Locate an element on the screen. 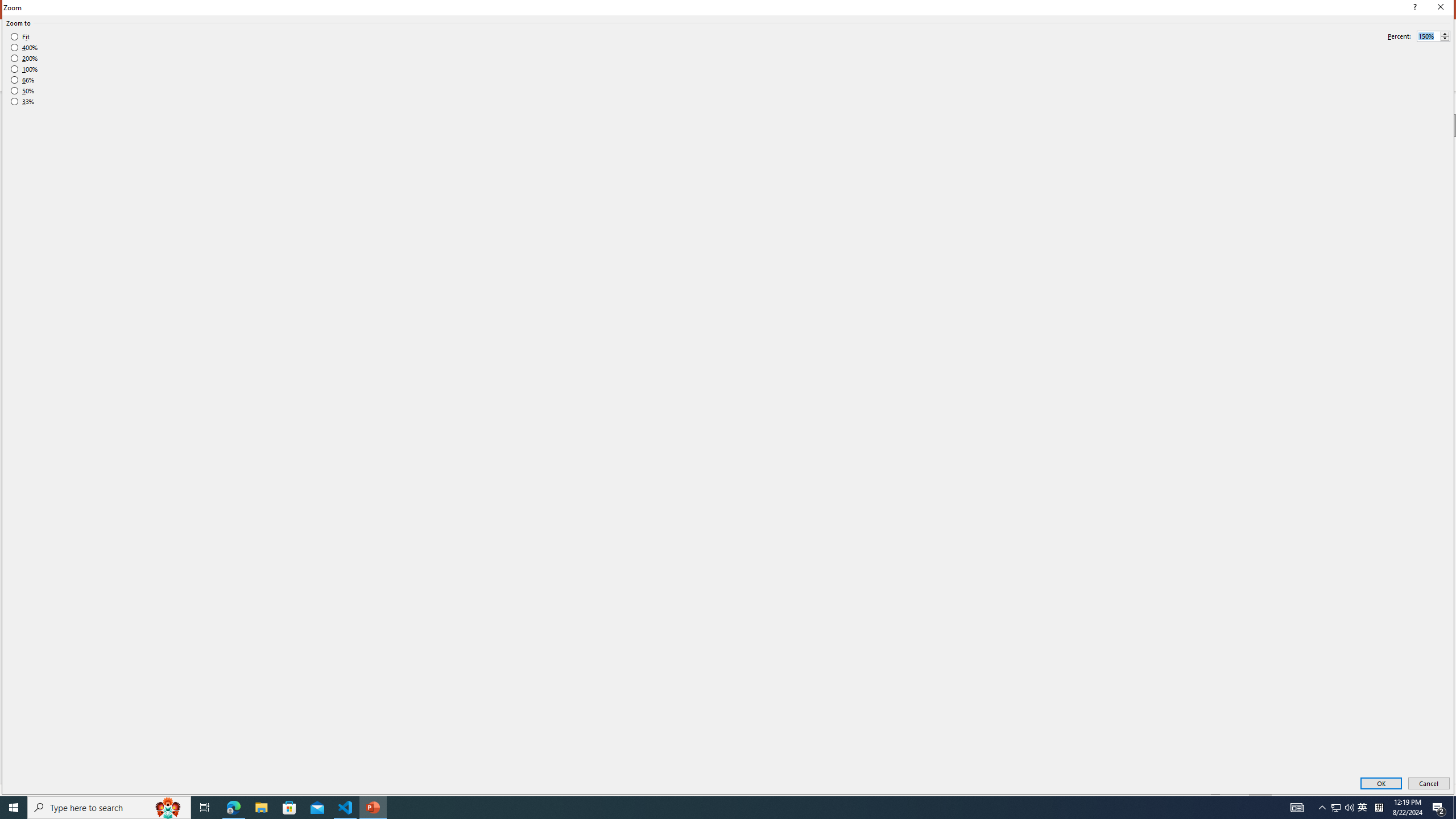 The image size is (1456, 819). 'More' is located at coordinates (1444, 33).